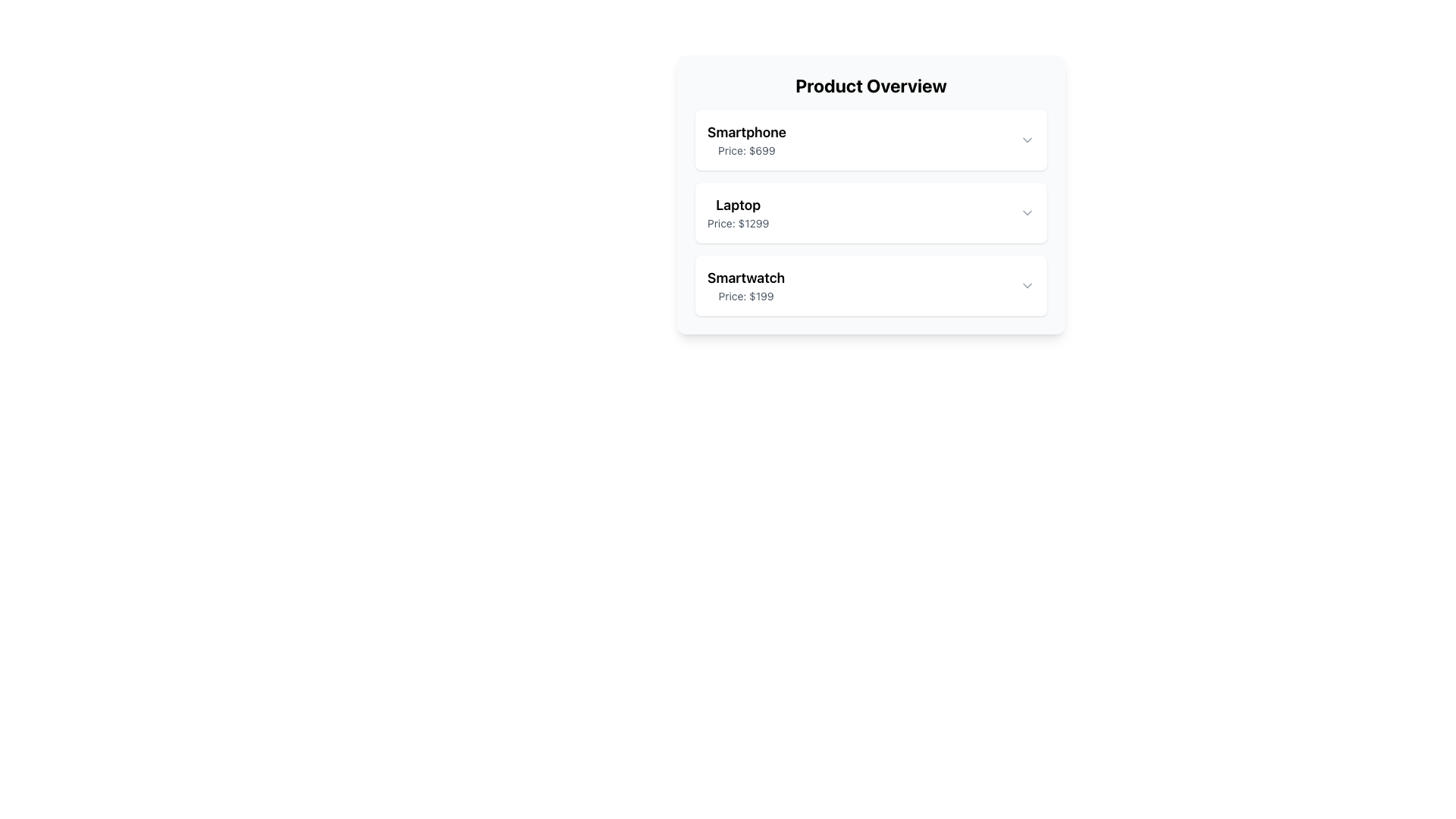 The height and width of the screenshot is (819, 1456). What do you see at coordinates (746, 278) in the screenshot?
I see `the text label reading 'Smartwatch', which is styled as a title in the third product card under 'Product Overview'` at bounding box center [746, 278].